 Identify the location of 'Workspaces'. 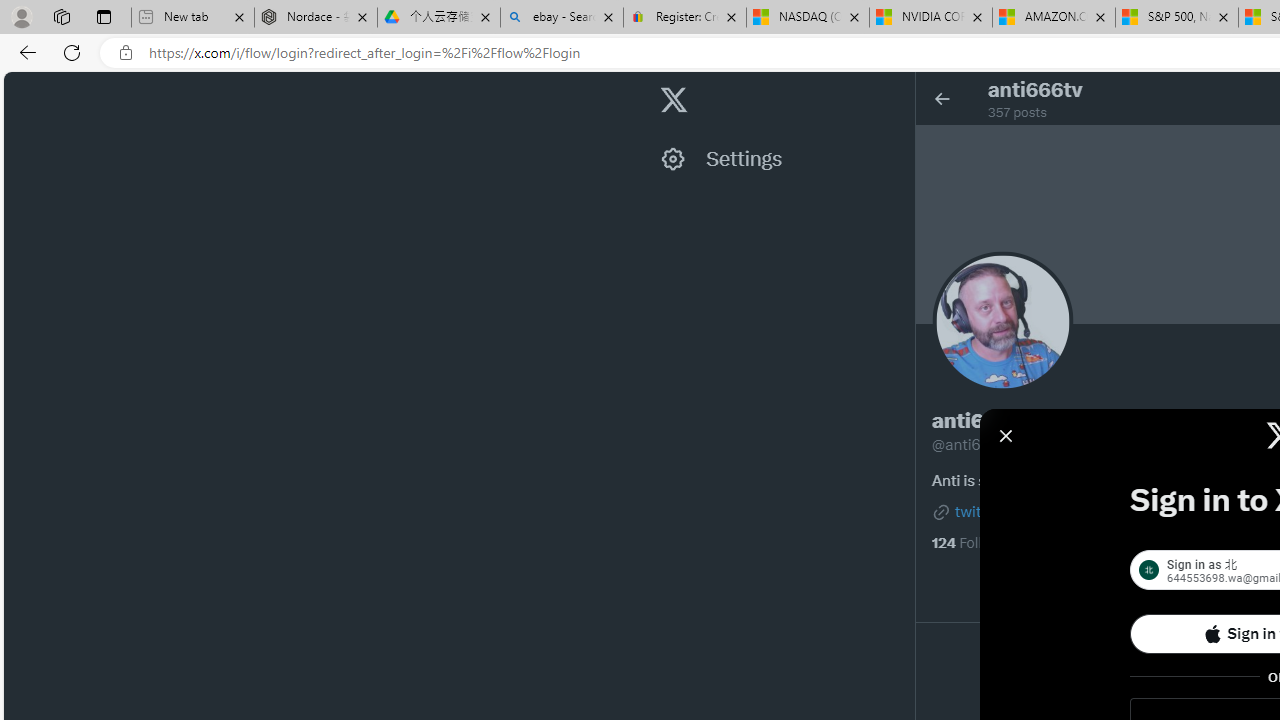
(61, 16).